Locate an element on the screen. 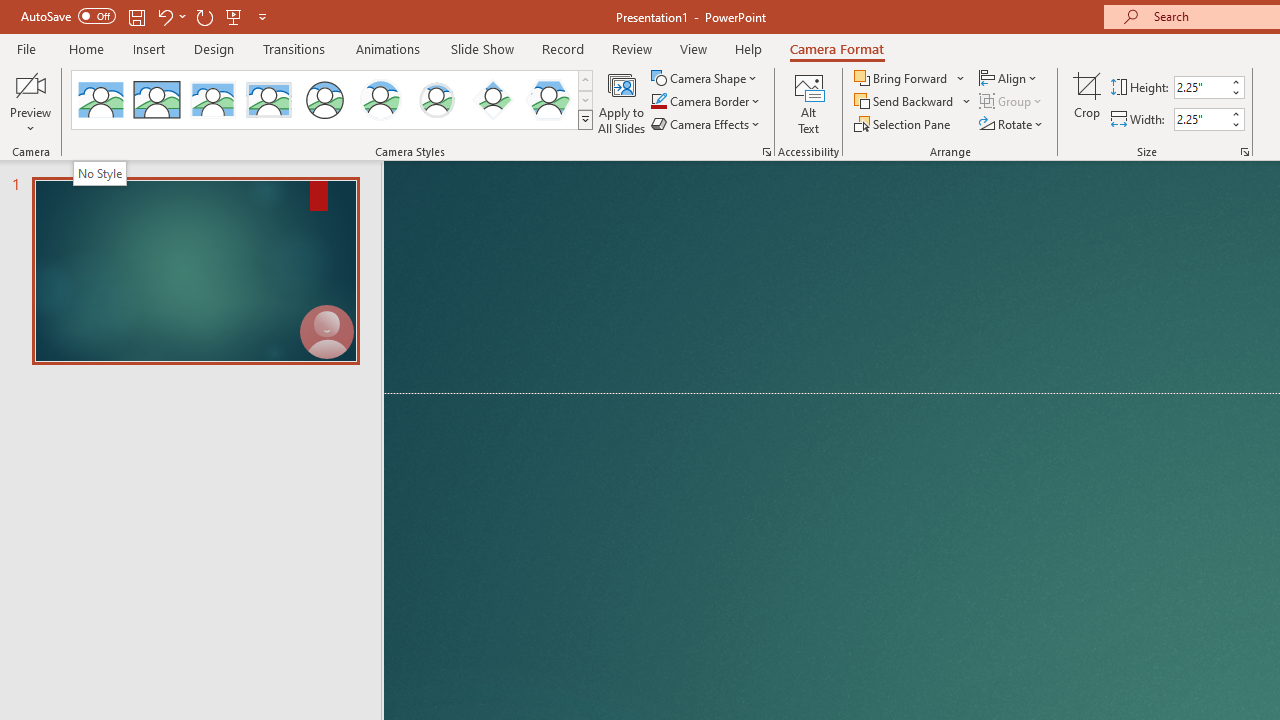  'Camera Styles' is located at coordinates (584, 120).